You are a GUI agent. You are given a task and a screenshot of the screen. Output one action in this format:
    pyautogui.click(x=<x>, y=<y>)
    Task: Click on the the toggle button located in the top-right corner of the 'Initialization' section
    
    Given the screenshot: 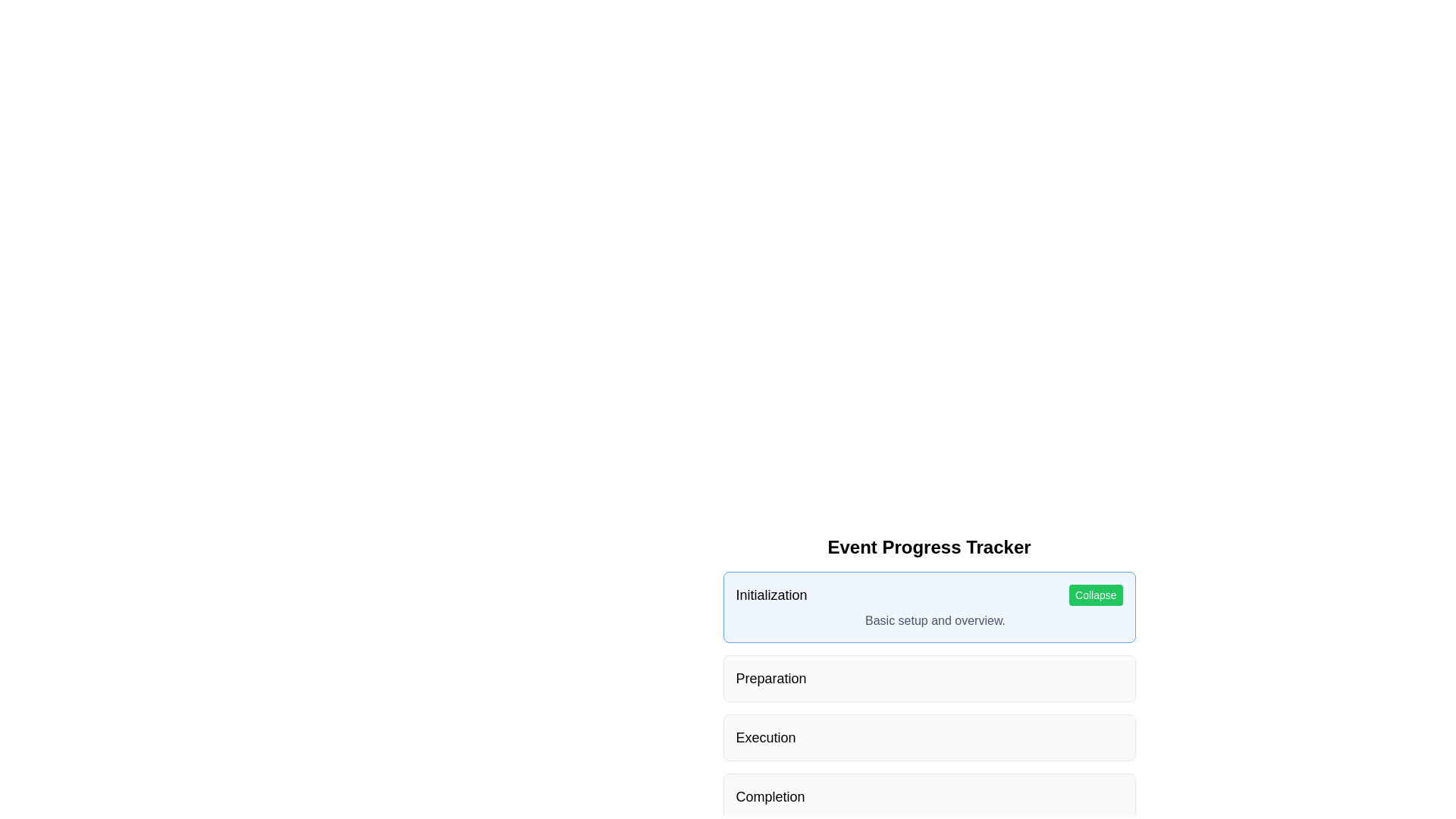 What is the action you would take?
    pyautogui.click(x=1095, y=595)
    